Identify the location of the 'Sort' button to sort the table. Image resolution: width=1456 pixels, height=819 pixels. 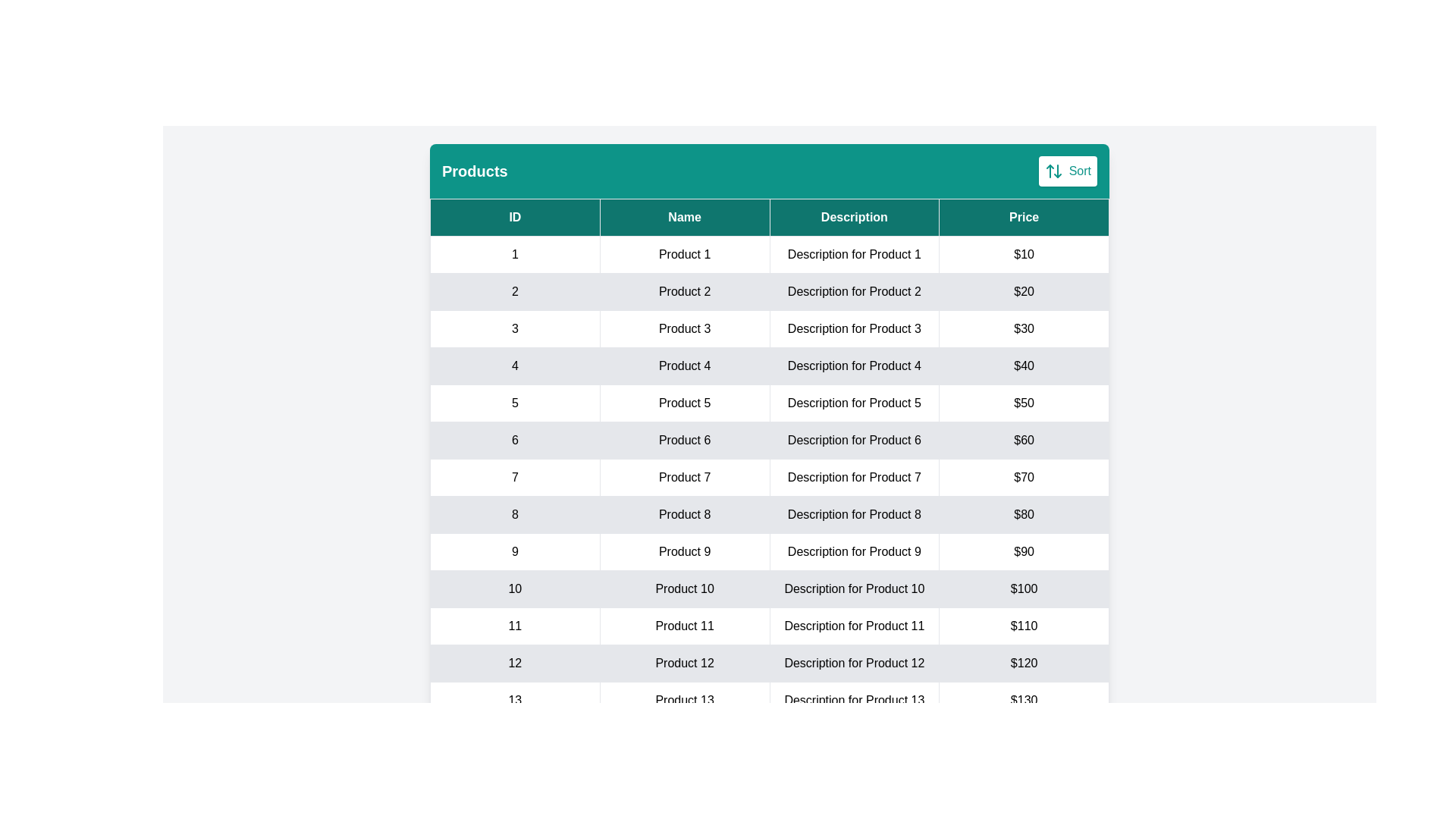
(1066, 171).